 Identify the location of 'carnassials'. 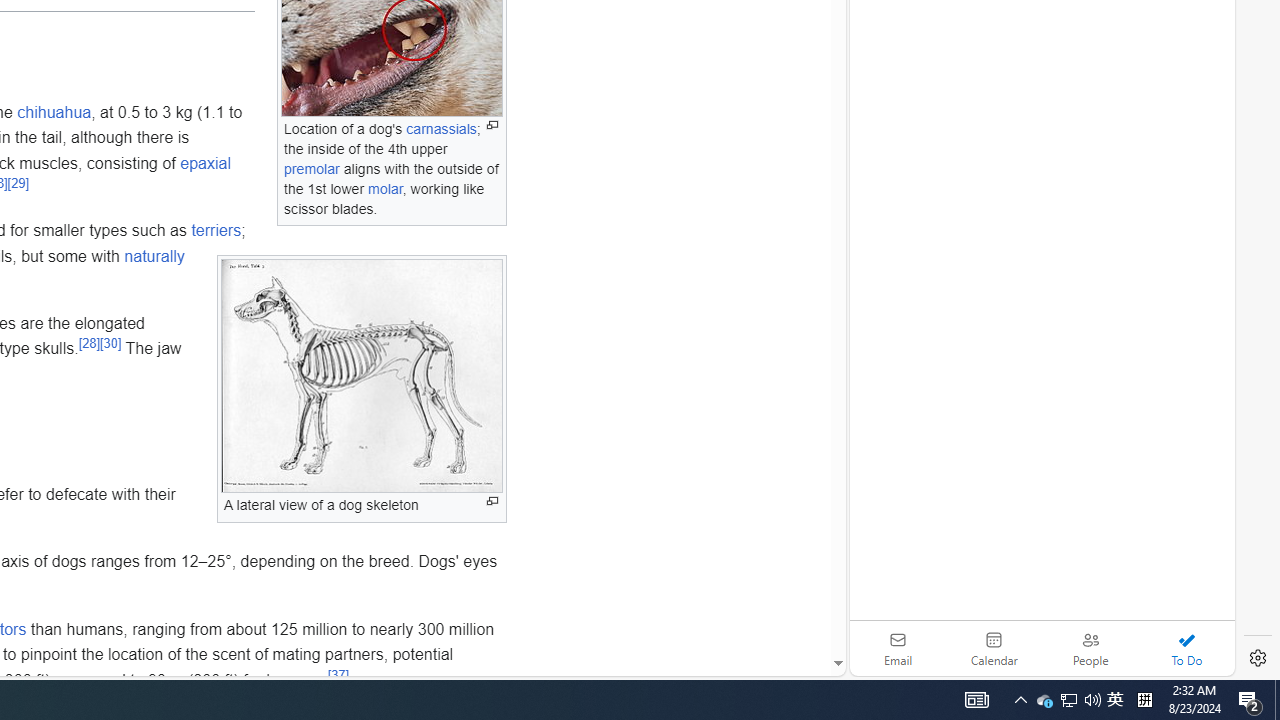
(440, 129).